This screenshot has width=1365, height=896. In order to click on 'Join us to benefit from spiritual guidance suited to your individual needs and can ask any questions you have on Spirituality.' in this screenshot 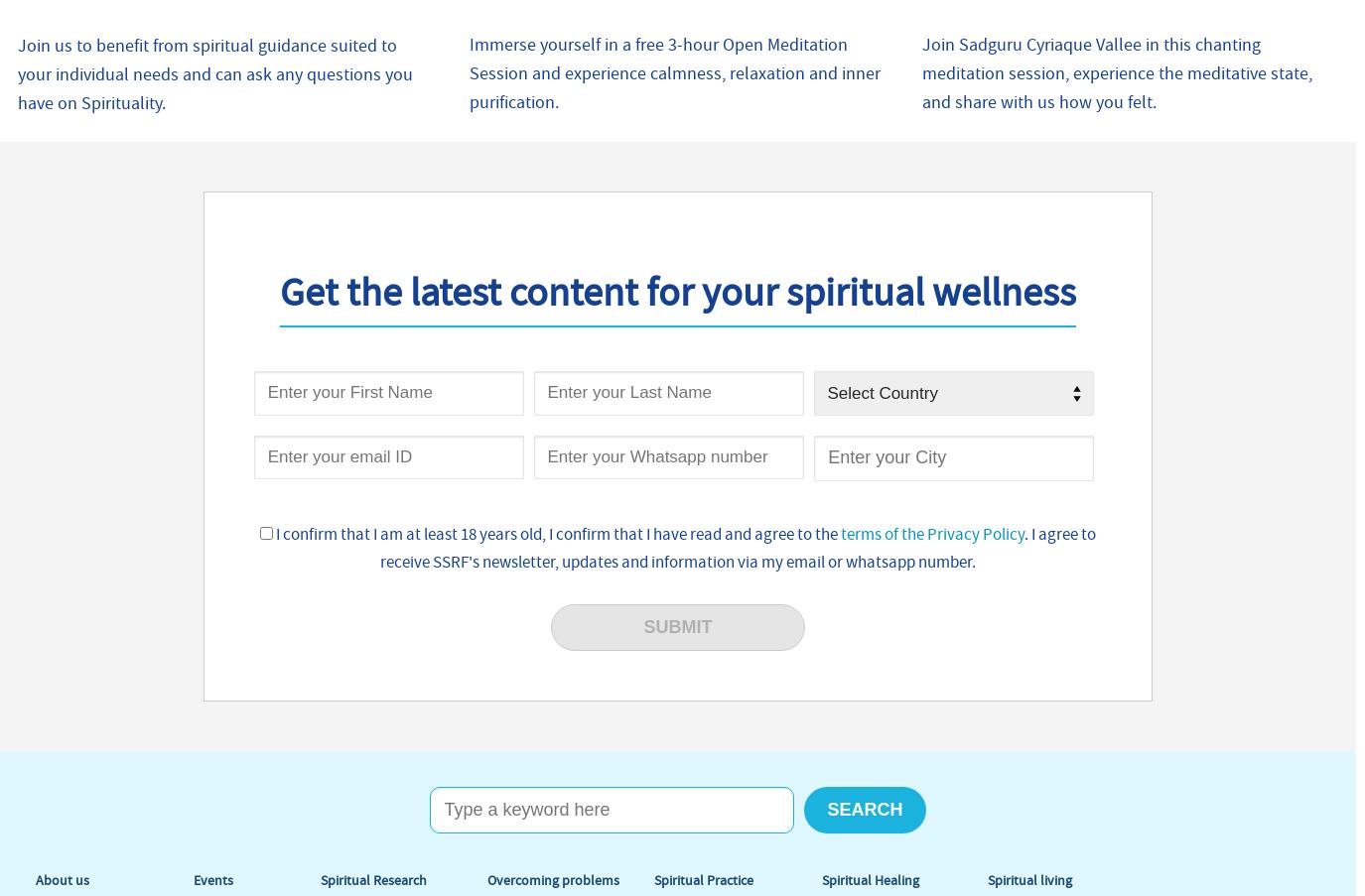, I will do `click(17, 72)`.